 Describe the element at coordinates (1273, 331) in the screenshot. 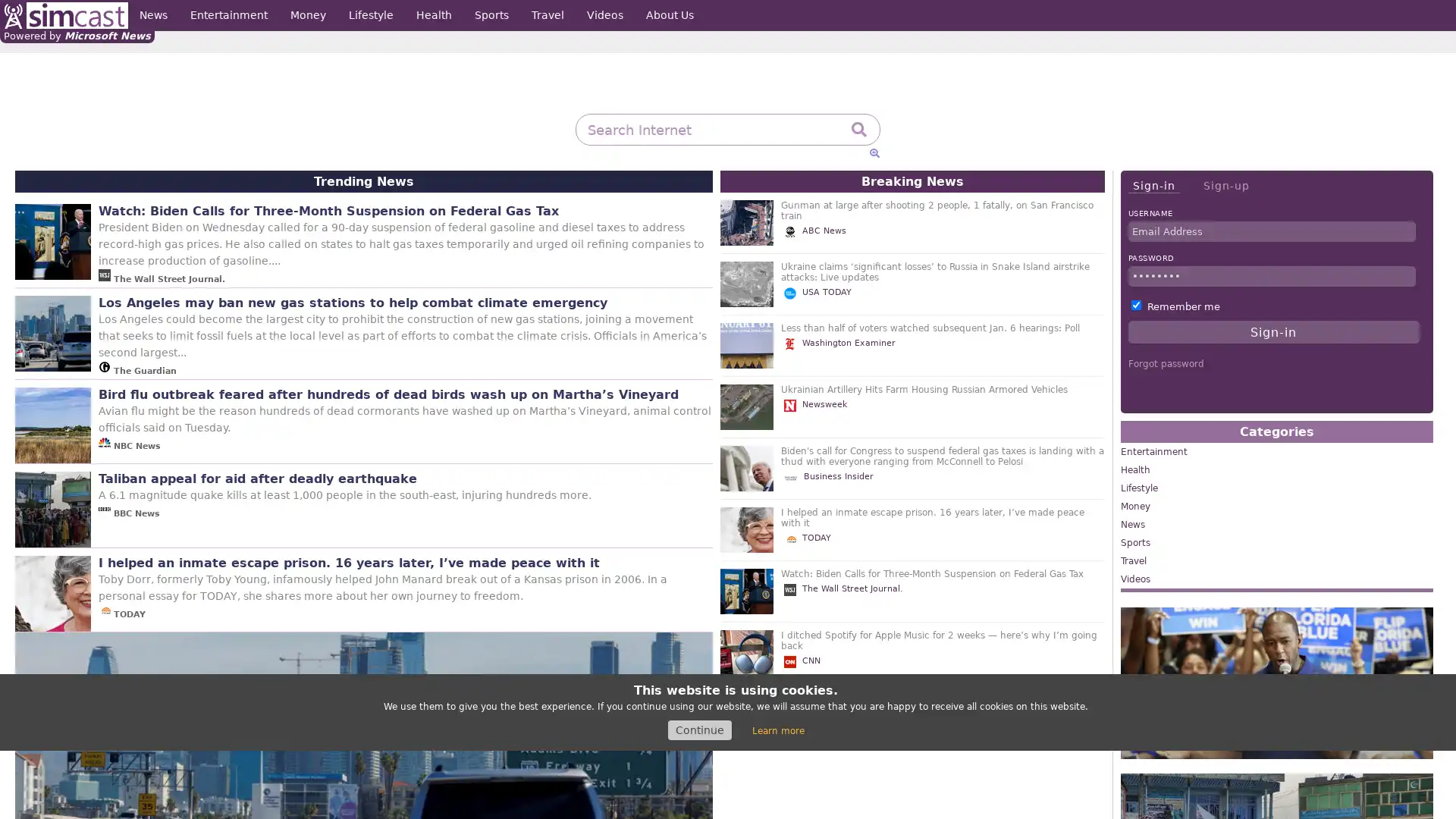

I see `Sign-in` at that location.